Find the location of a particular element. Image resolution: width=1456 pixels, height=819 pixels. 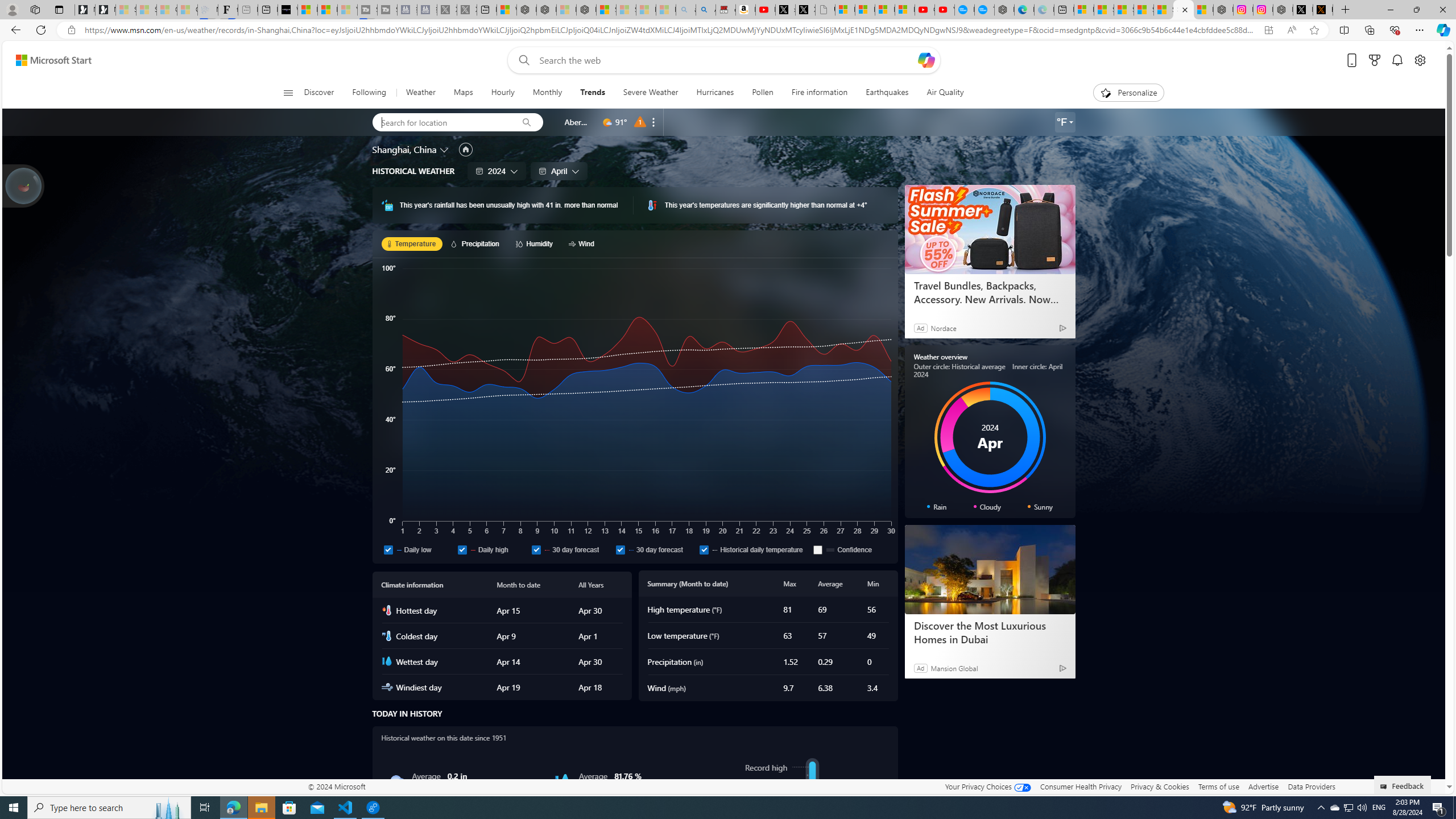

'Amazon Echo Dot PNG - Search Images' is located at coordinates (705, 9).